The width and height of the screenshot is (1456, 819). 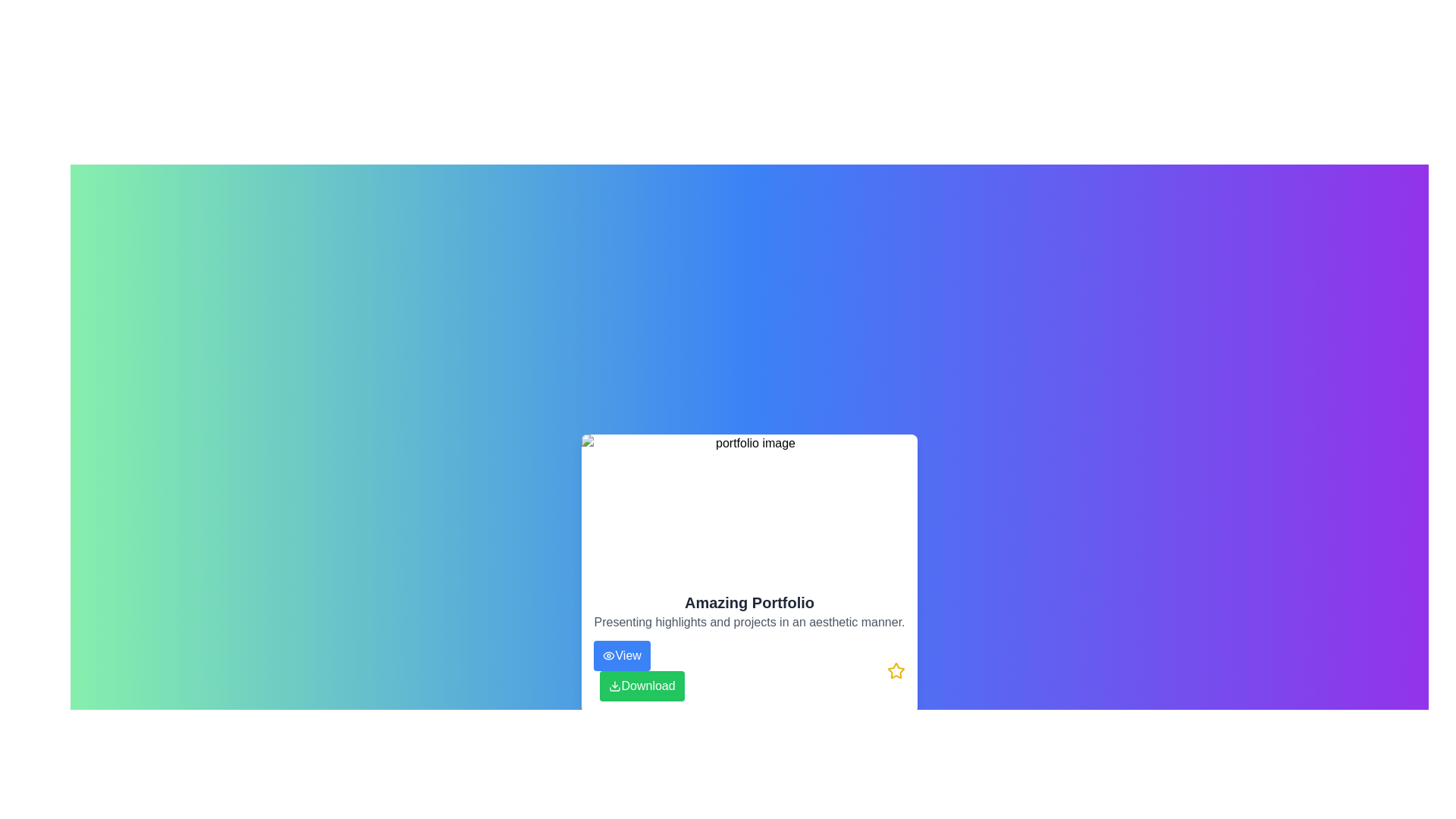 I want to click on the decorative icon located at the bottom-right corner of the card, adjacent to the green 'Download' button, so click(x=896, y=670).